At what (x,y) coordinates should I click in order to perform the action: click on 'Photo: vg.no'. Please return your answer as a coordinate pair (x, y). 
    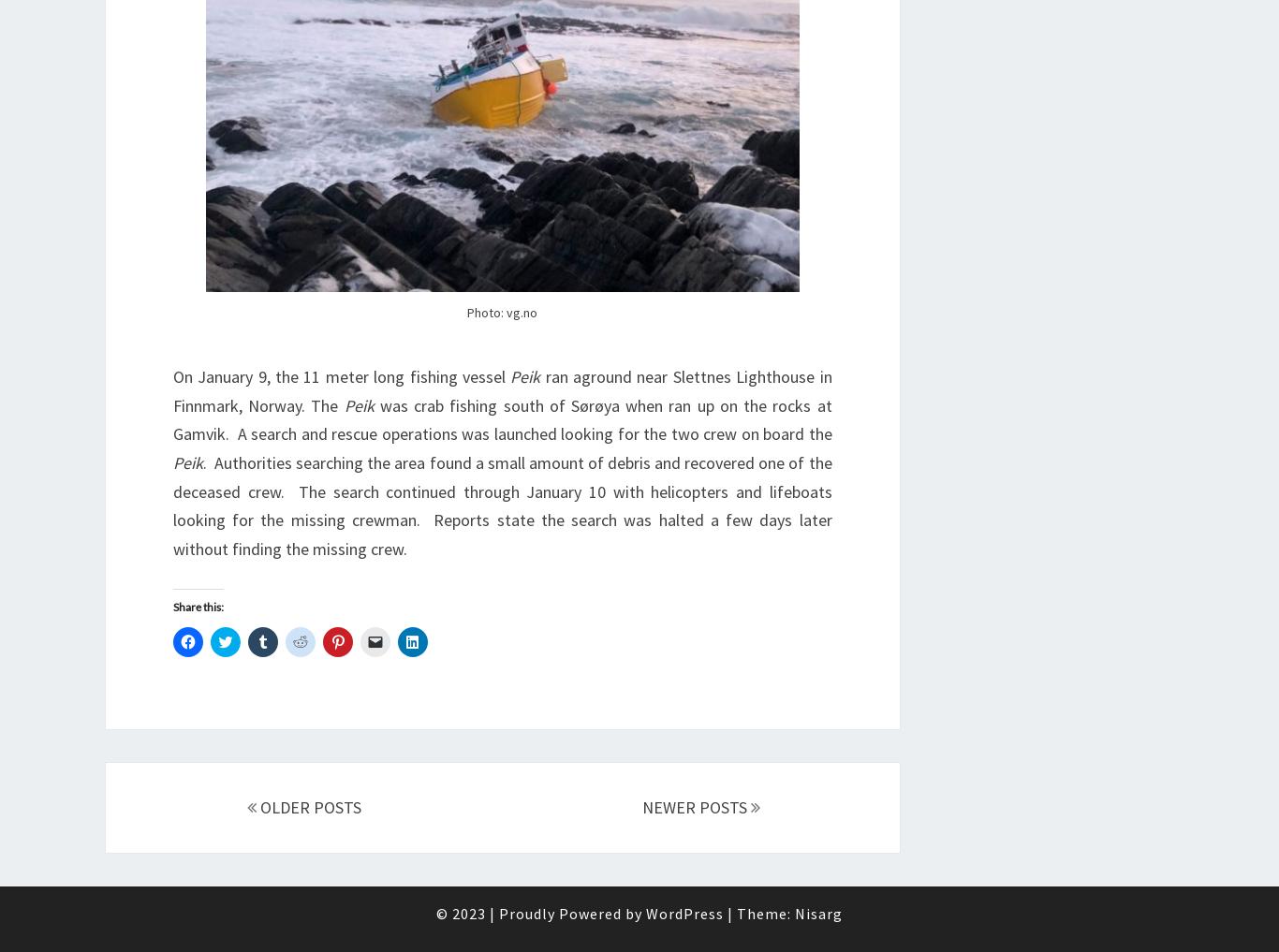
    Looking at the image, I should click on (502, 312).